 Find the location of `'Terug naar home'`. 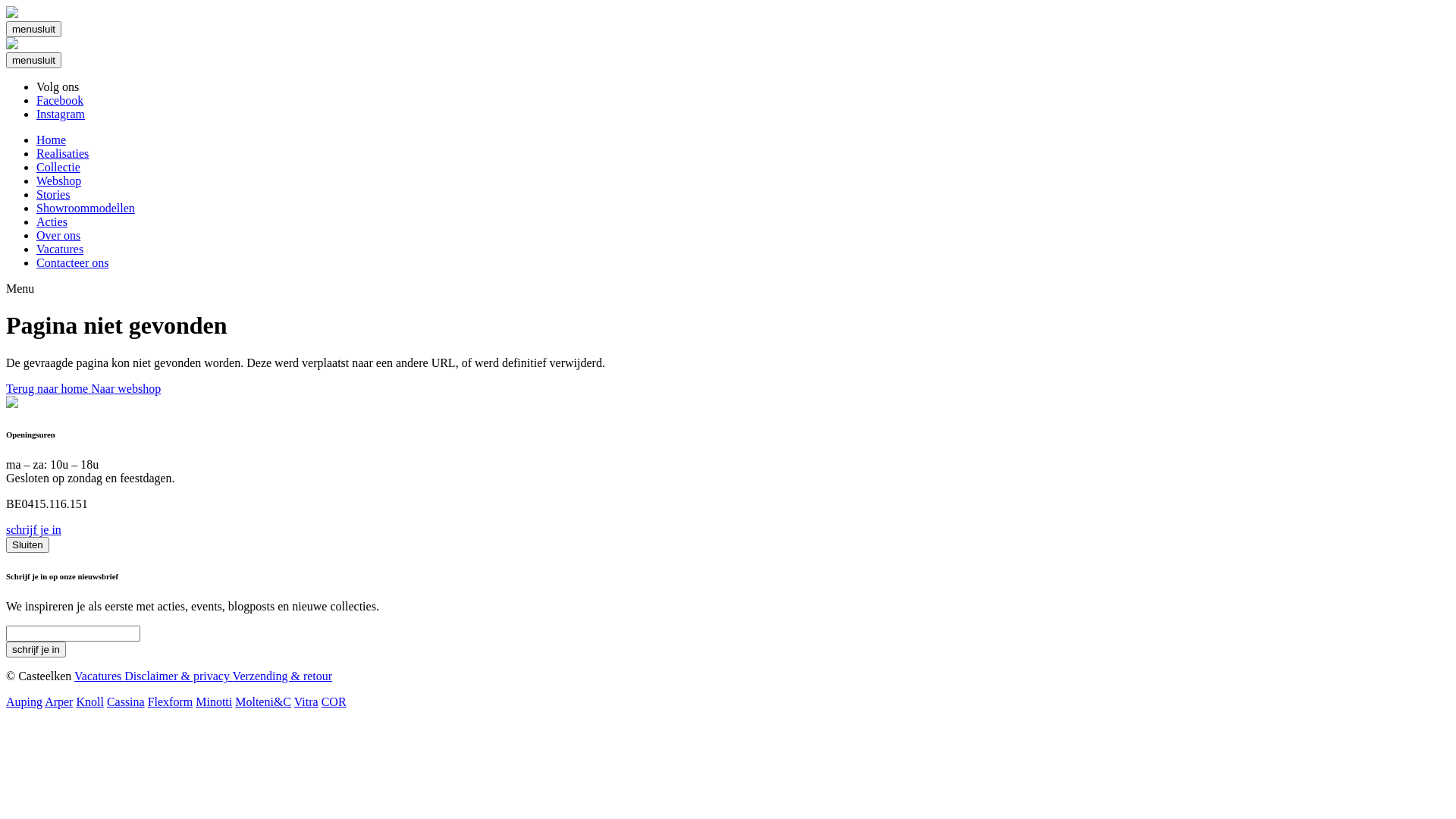

'Terug naar home' is located at coordinates (48, 388).